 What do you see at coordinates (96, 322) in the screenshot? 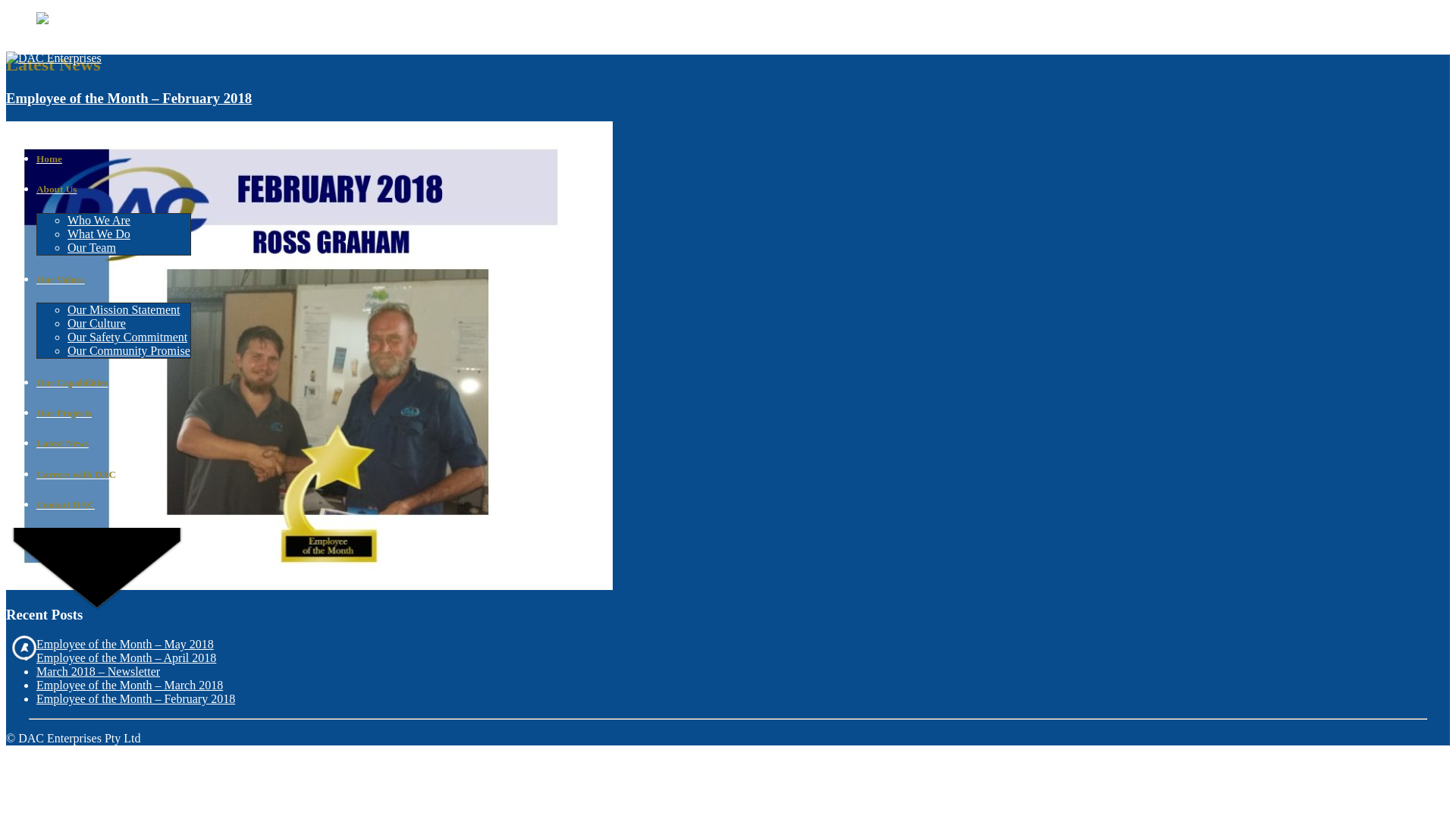
I see `'Our Culture'` at bounding box center [96, 322].